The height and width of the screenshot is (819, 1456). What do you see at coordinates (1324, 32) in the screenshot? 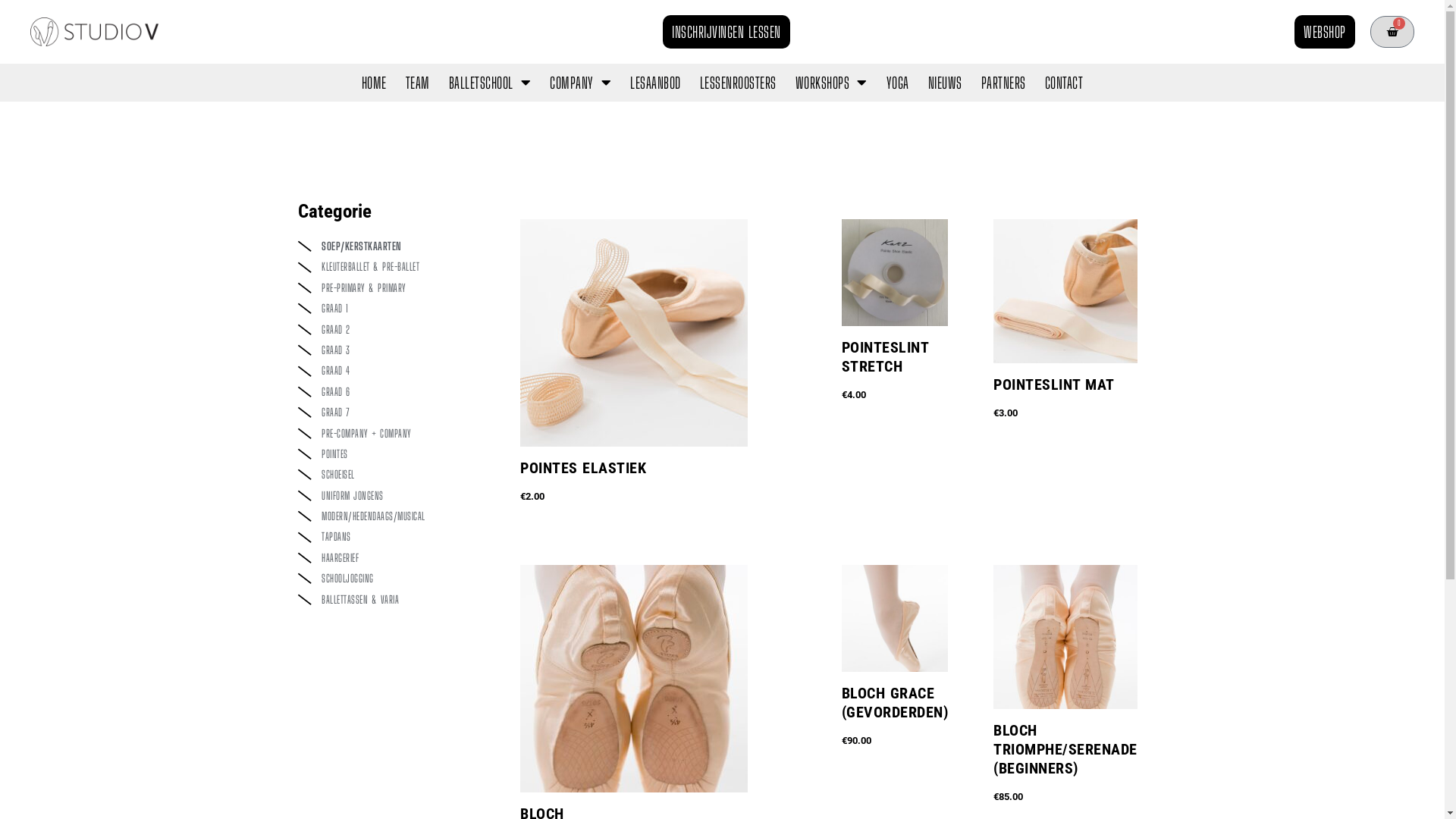
I see `'WEBSHOP'` at bounding box center [1324, 32].